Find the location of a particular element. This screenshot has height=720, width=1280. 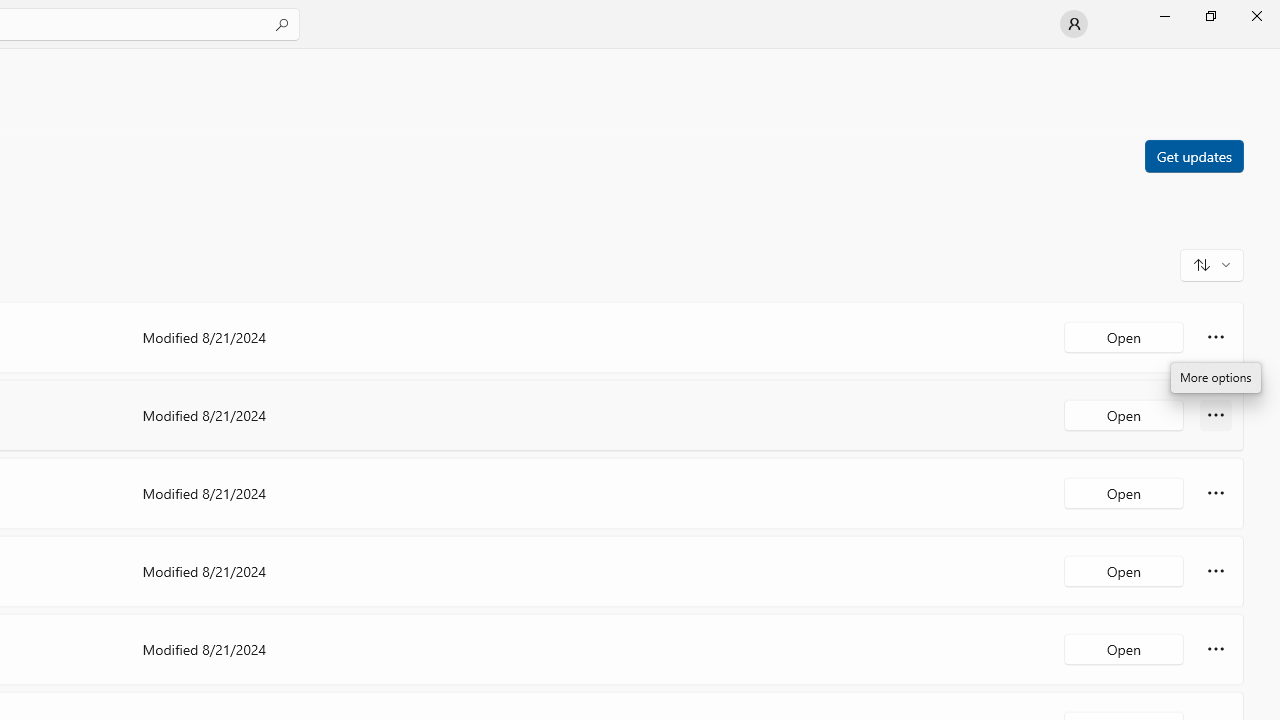

'Sort and filter' is located at coordinates (1211, 263).